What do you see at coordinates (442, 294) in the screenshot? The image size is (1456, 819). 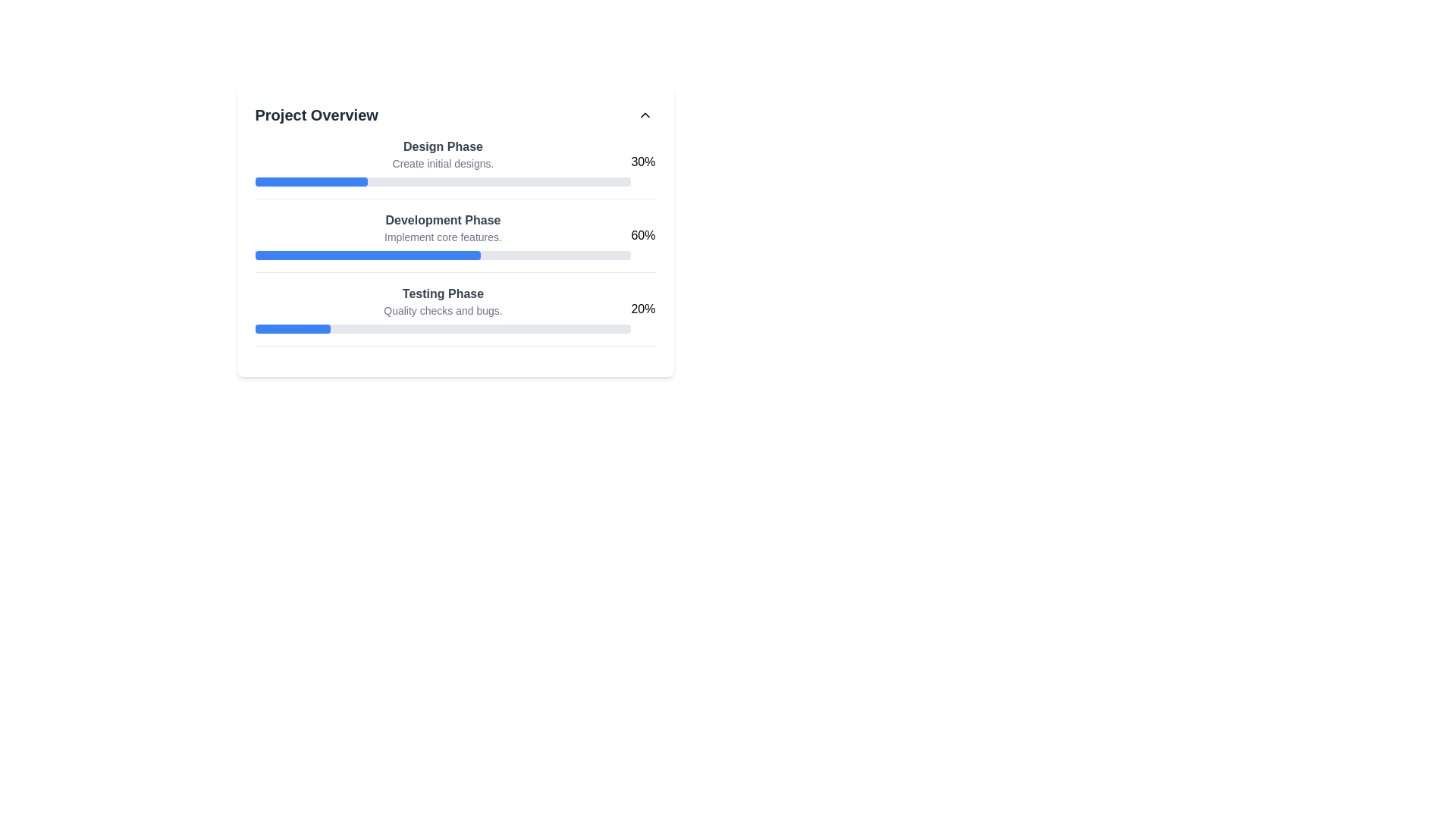 I see `bold text label that reads 'Testing Phase', which is the primary heading in its section` at bounding box center [442, 294].